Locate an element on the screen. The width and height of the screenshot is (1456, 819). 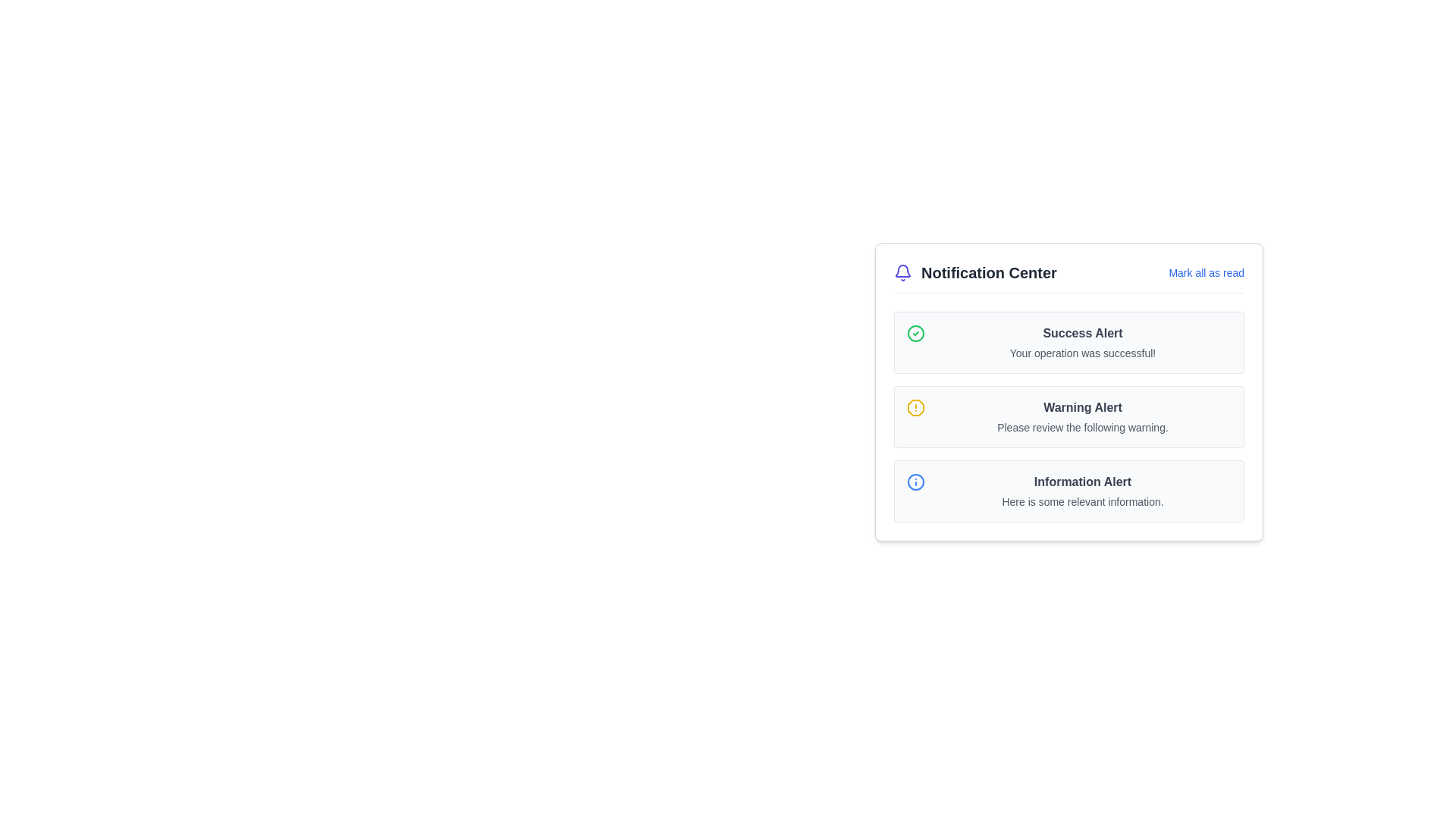
the success alert icon located to the left of the 'Success Alert' text in the first notification box is located at coordinates (915, 332).